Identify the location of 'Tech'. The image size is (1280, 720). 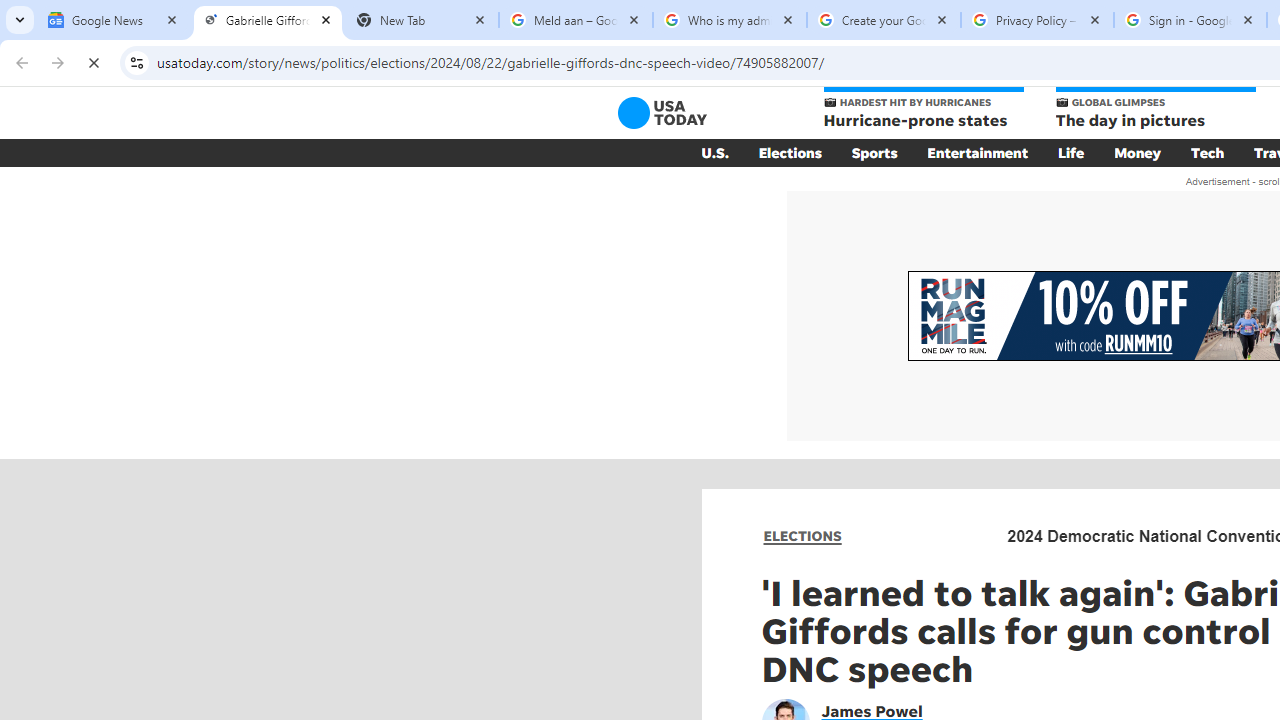
(1206, 152).